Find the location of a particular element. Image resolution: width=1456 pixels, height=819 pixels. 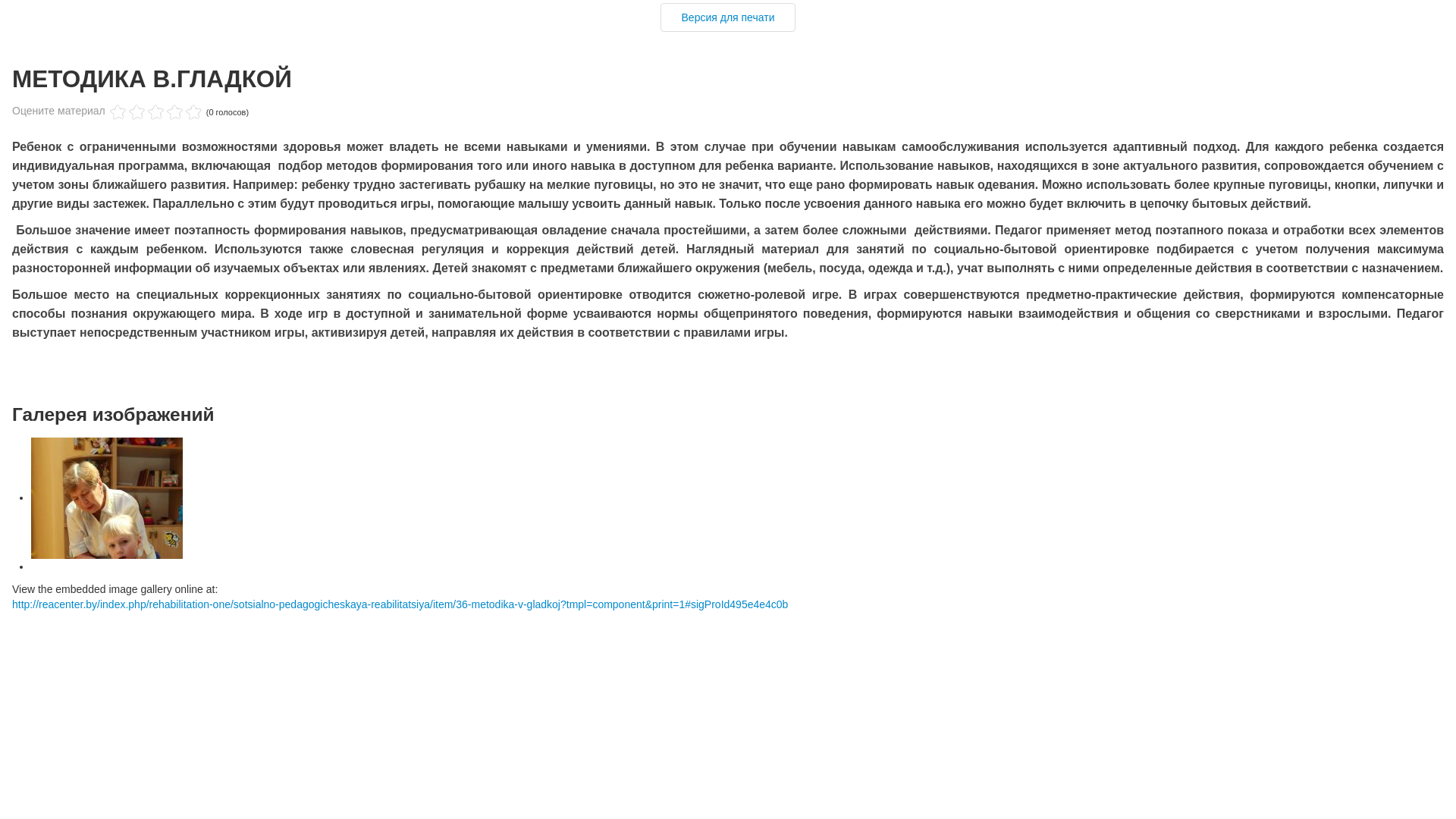

'4' is located at coordinates (146, 111).